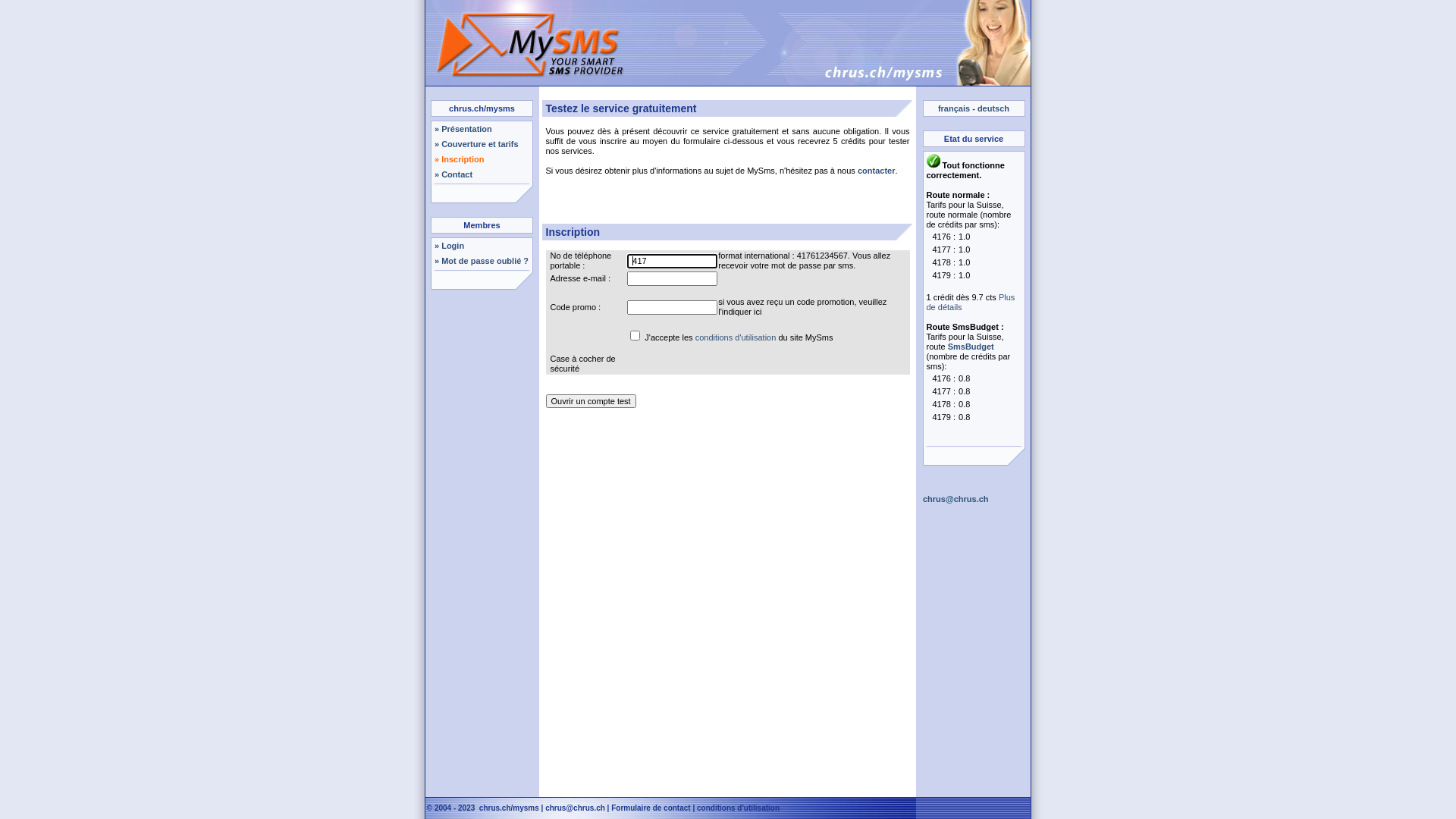 Image resolution: width=1456 pixels, height=819 pixels. I want to click on 'deutsch', so click(993, 107).